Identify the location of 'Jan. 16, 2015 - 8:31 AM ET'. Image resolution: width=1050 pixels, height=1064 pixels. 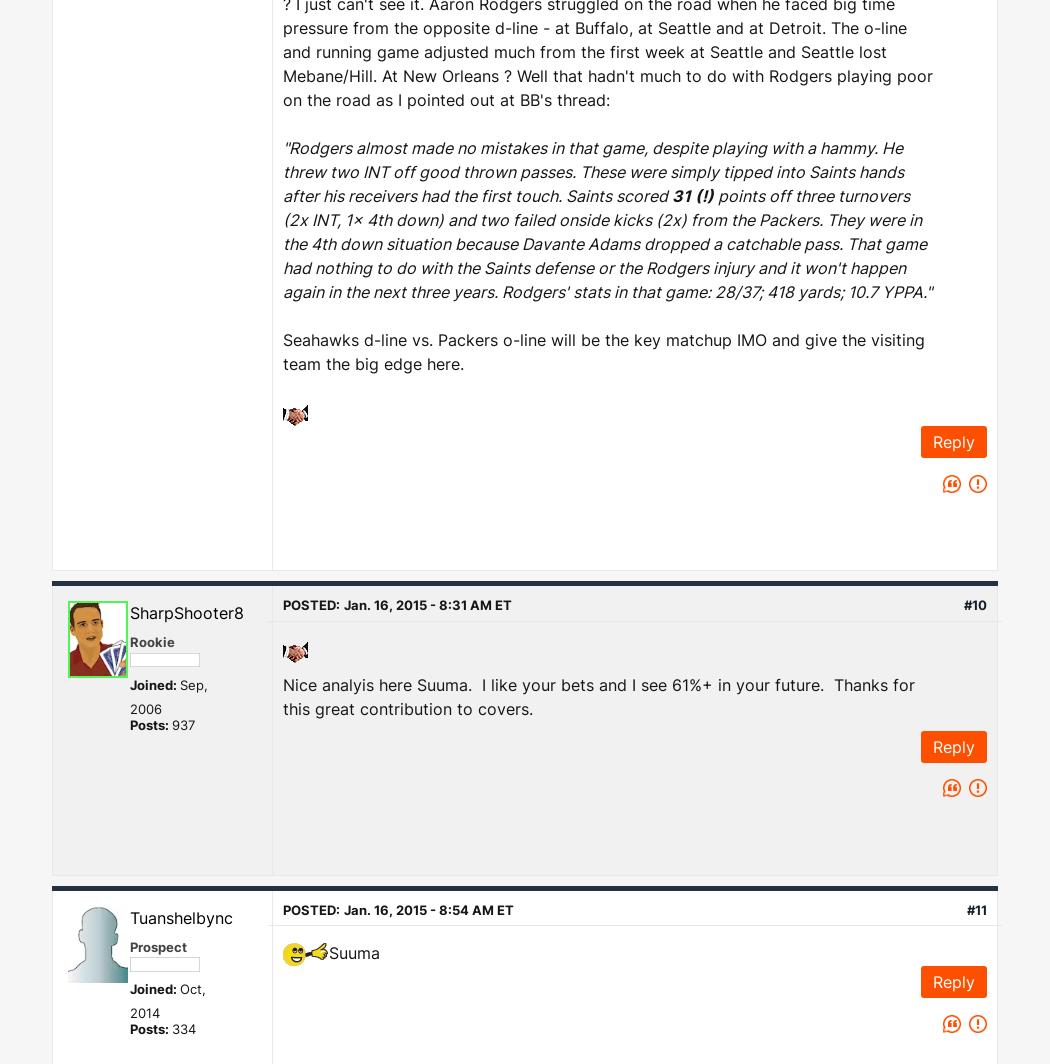
(426, 604).